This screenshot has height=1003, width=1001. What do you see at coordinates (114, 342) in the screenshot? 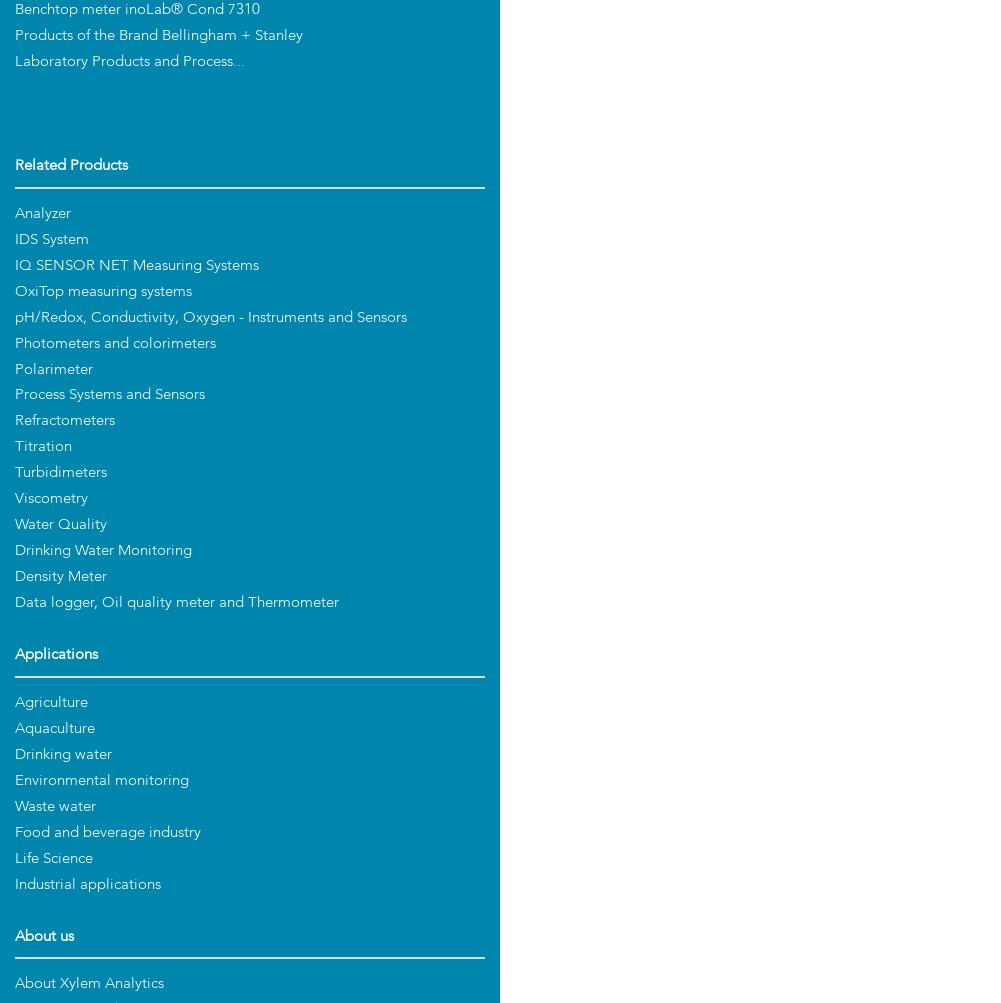
I see `'Photometers and colorimeters'` at bounding box center [114, 342].